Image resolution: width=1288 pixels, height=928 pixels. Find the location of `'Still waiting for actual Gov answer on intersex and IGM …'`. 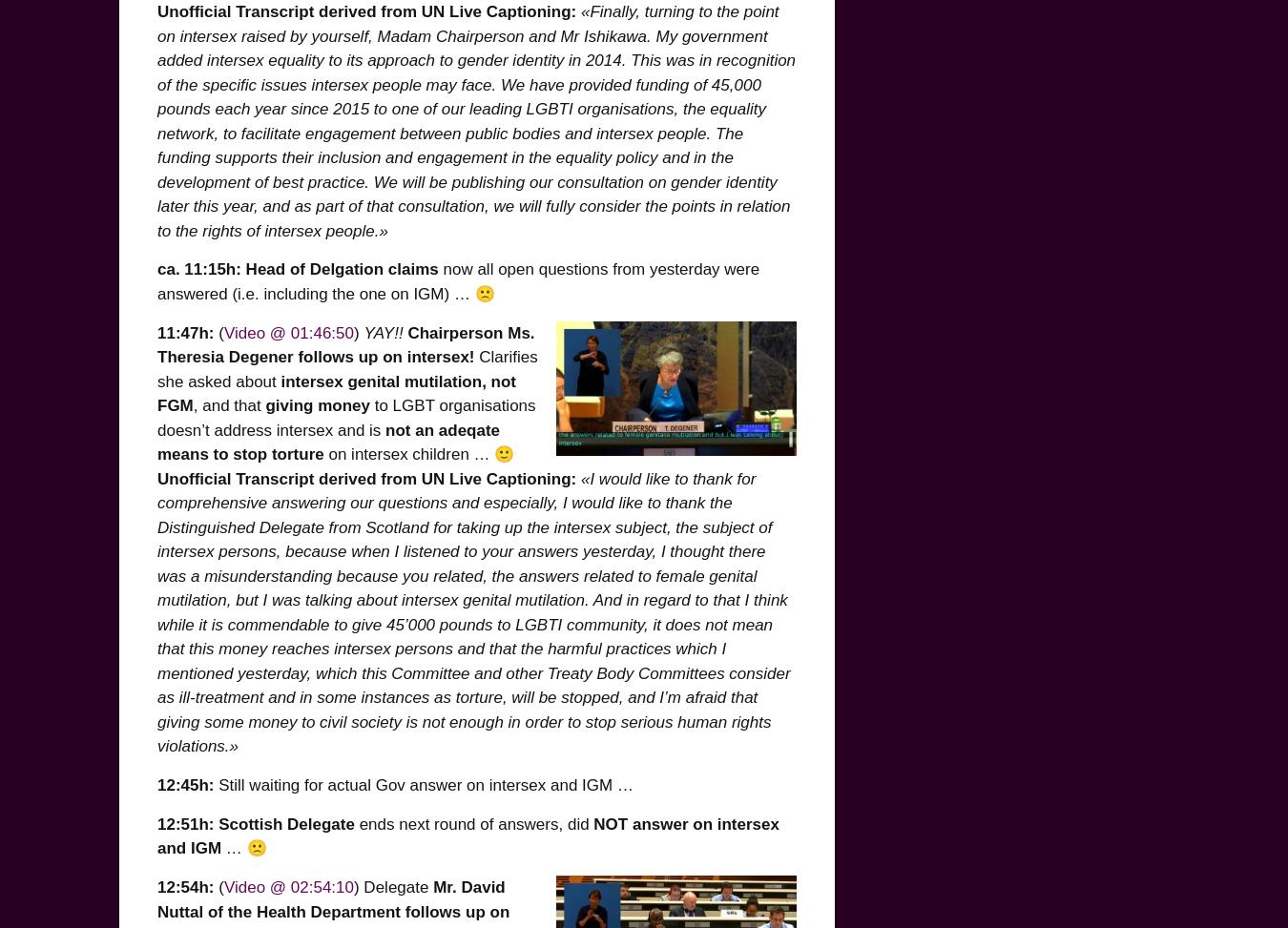

'Still waiting for actual Gov answer on intersex and IGM …' is located at coordinates (423, 783).